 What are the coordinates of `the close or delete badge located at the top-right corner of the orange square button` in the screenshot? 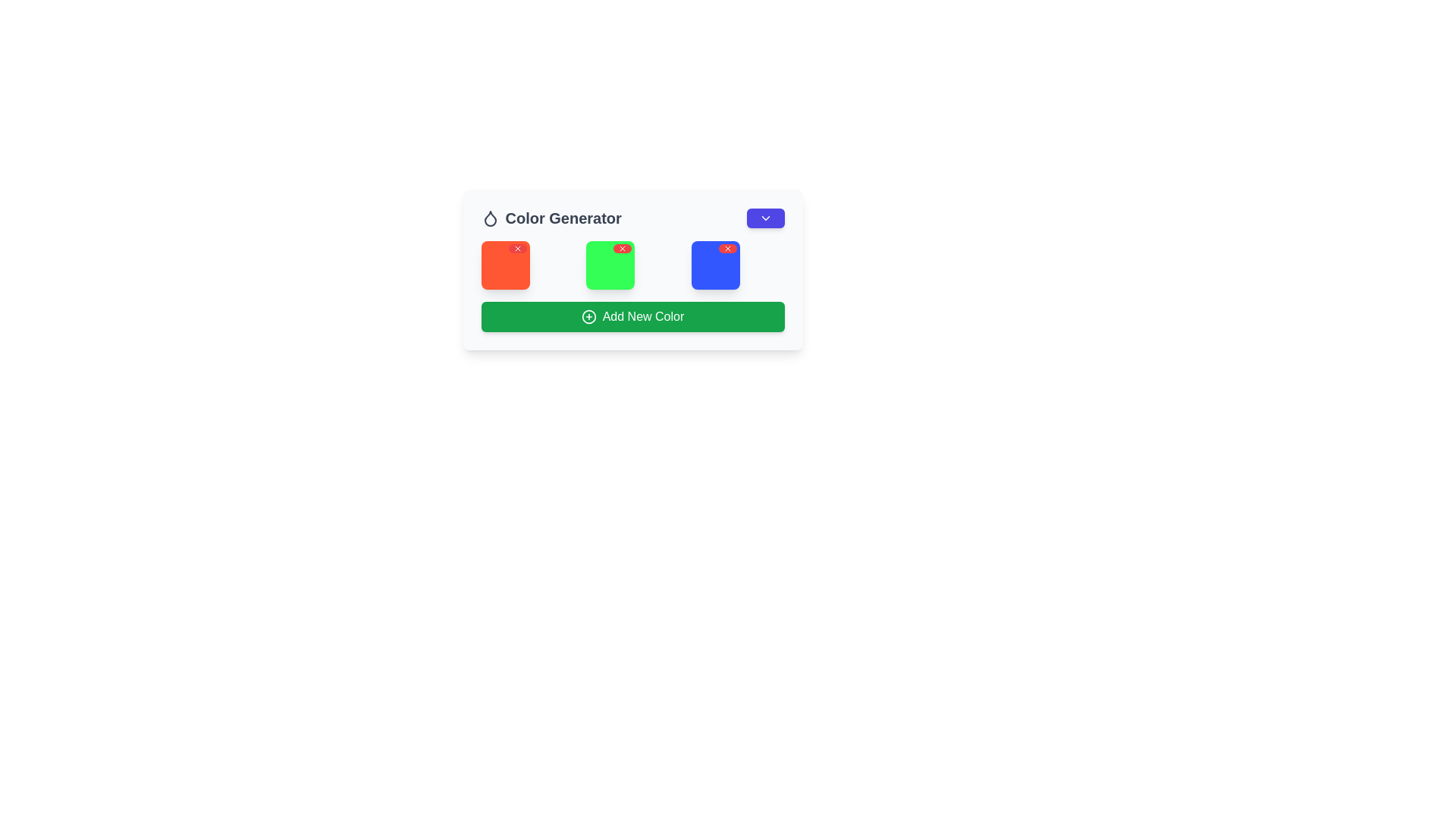 It's located at (517, 247).